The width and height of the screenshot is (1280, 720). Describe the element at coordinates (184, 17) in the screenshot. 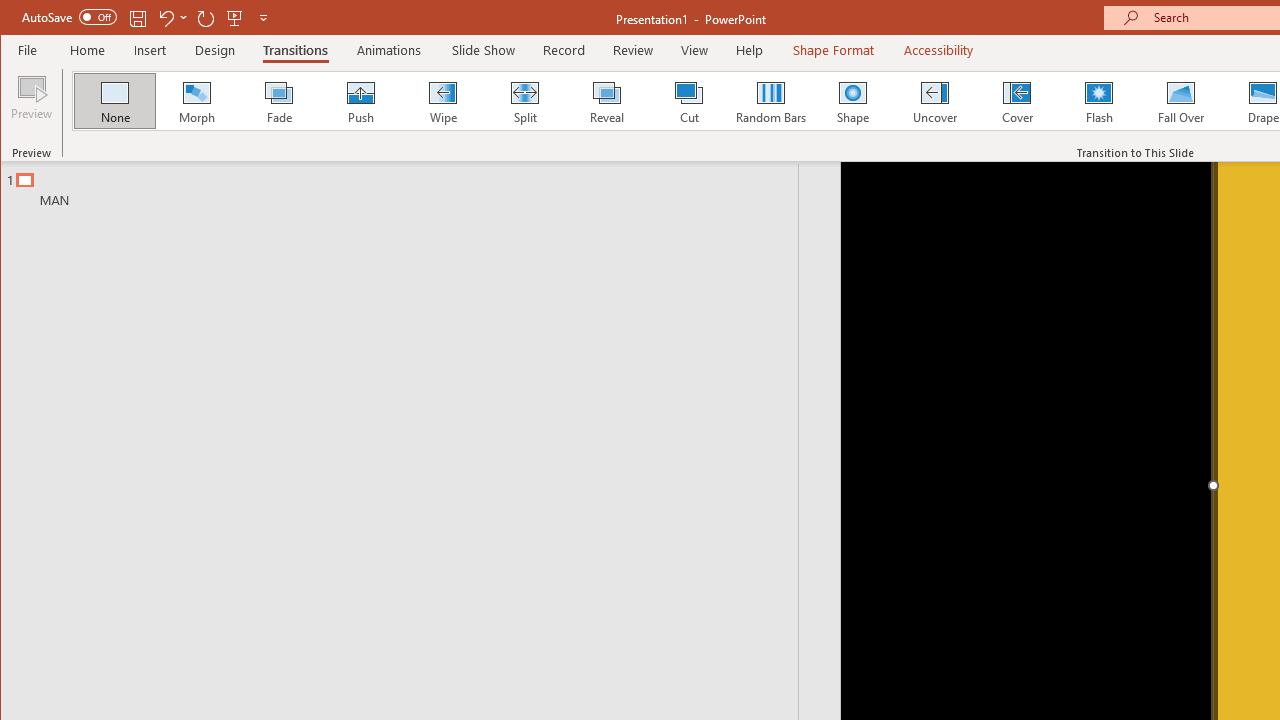

I see `'More Options'` at that location.